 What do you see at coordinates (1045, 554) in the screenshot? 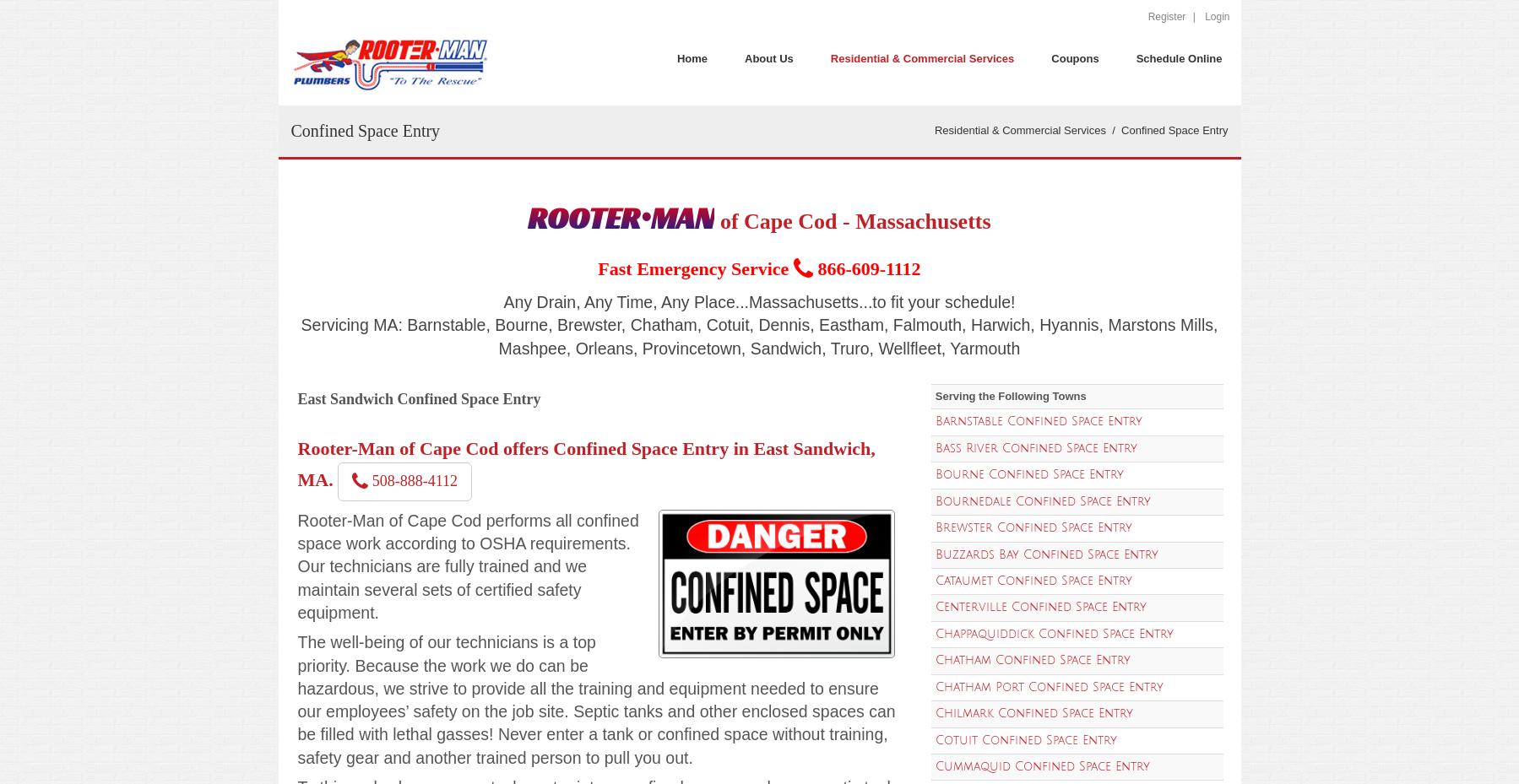
I see `'Buzzards Bay Confined Space Entry'` at bounding box center [1045, 554].